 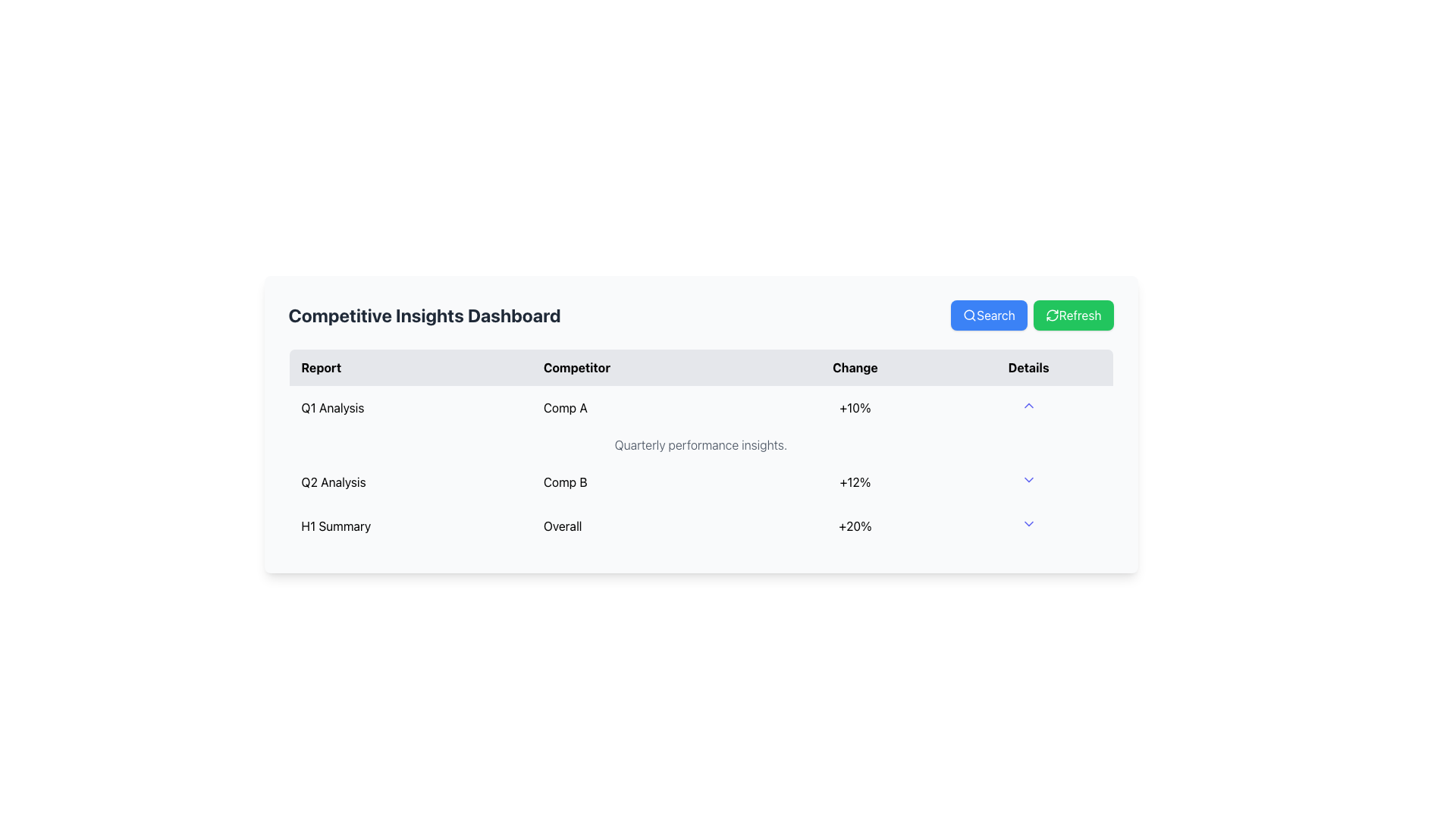 I want to click on the Dropdown toggle button, represented as a downward chevron, located in the last column of the 'H1 Summary' row under the 'Details' column, so click(x=1028, y=526).